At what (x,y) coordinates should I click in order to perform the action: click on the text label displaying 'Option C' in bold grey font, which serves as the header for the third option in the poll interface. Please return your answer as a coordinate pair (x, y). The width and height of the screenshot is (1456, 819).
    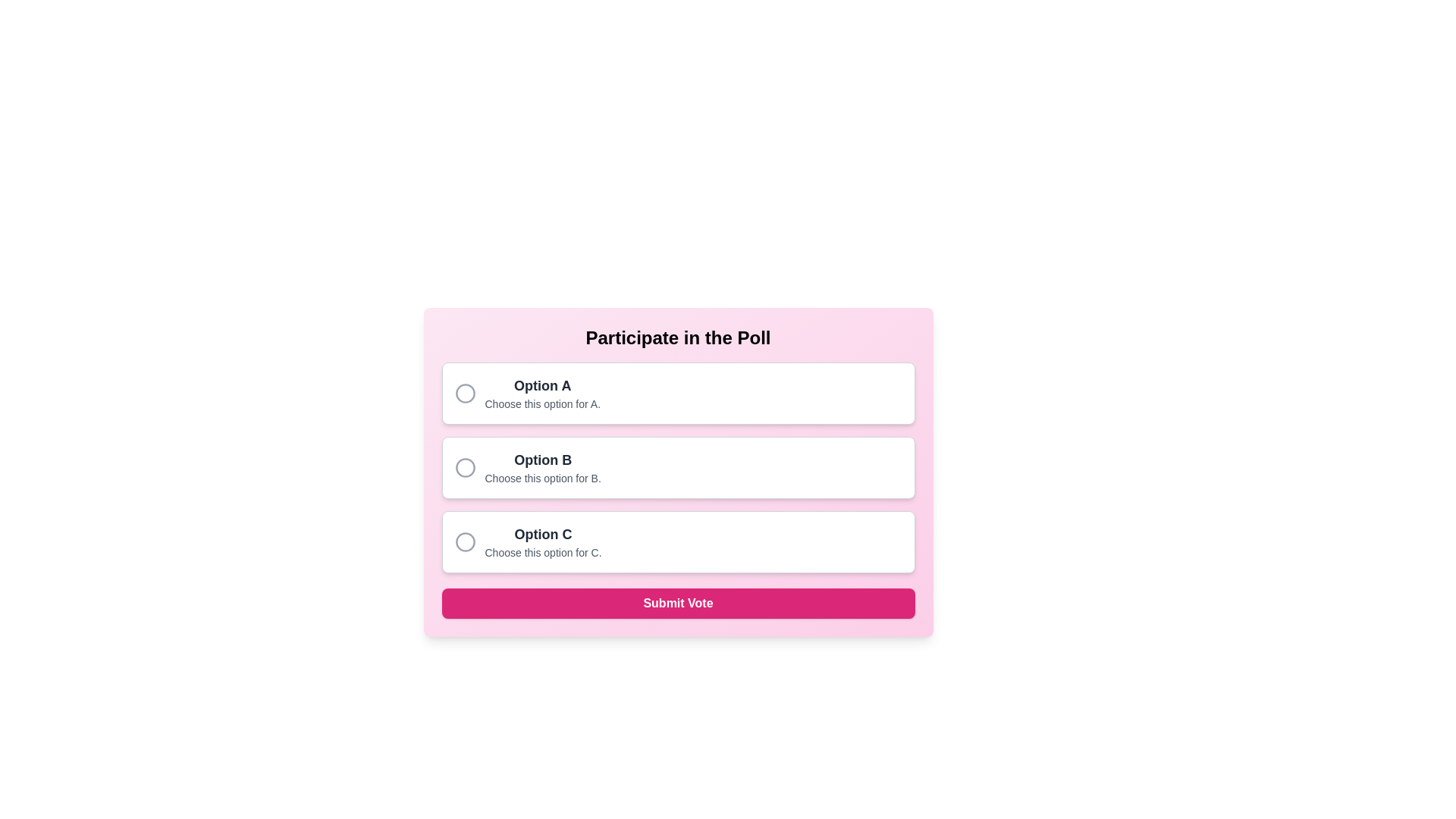
    Looking at the image, I should click on (543, 534).